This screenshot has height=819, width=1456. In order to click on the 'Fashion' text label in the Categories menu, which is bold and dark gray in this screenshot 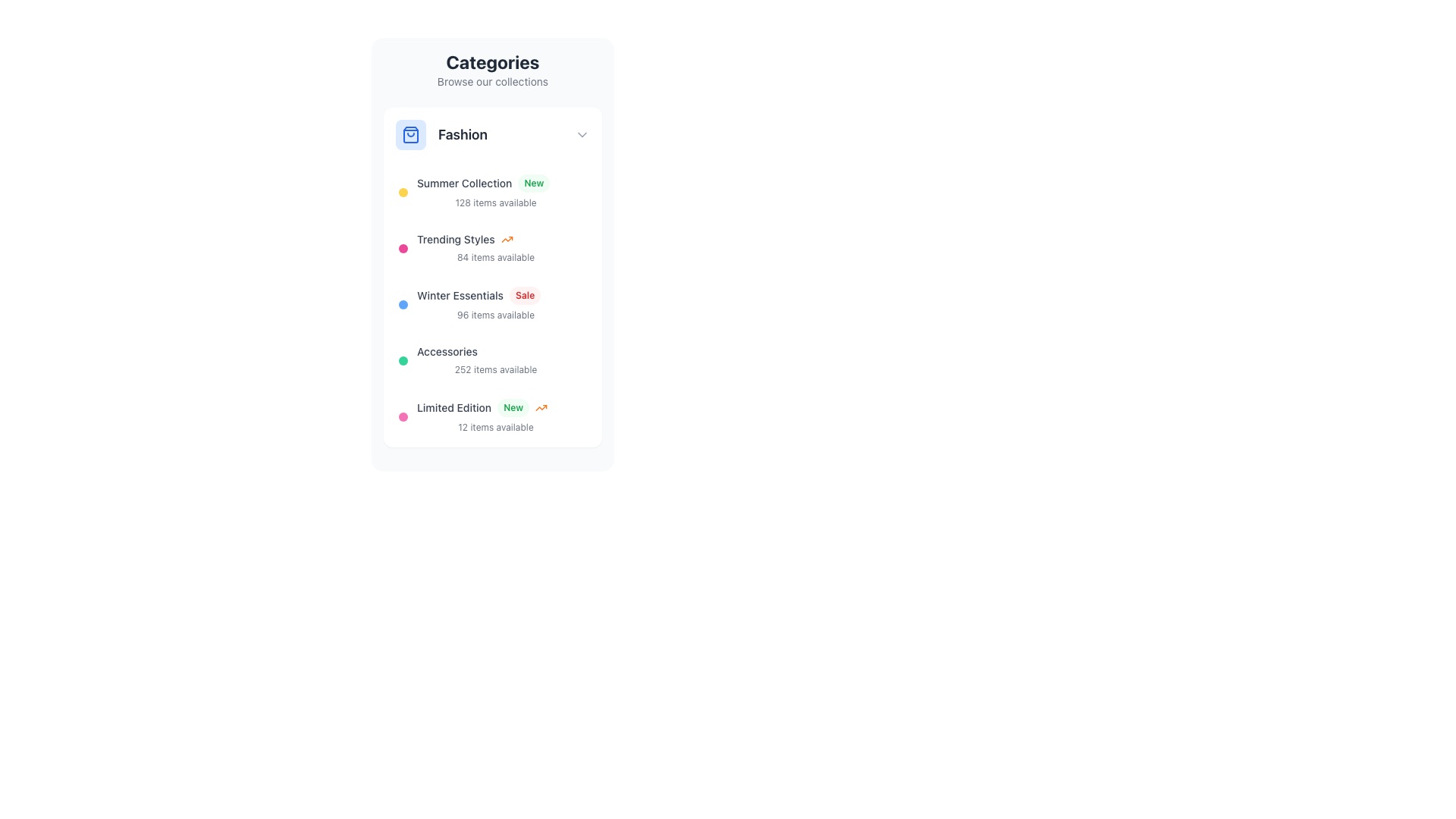, I will do `click(462, 133)`.